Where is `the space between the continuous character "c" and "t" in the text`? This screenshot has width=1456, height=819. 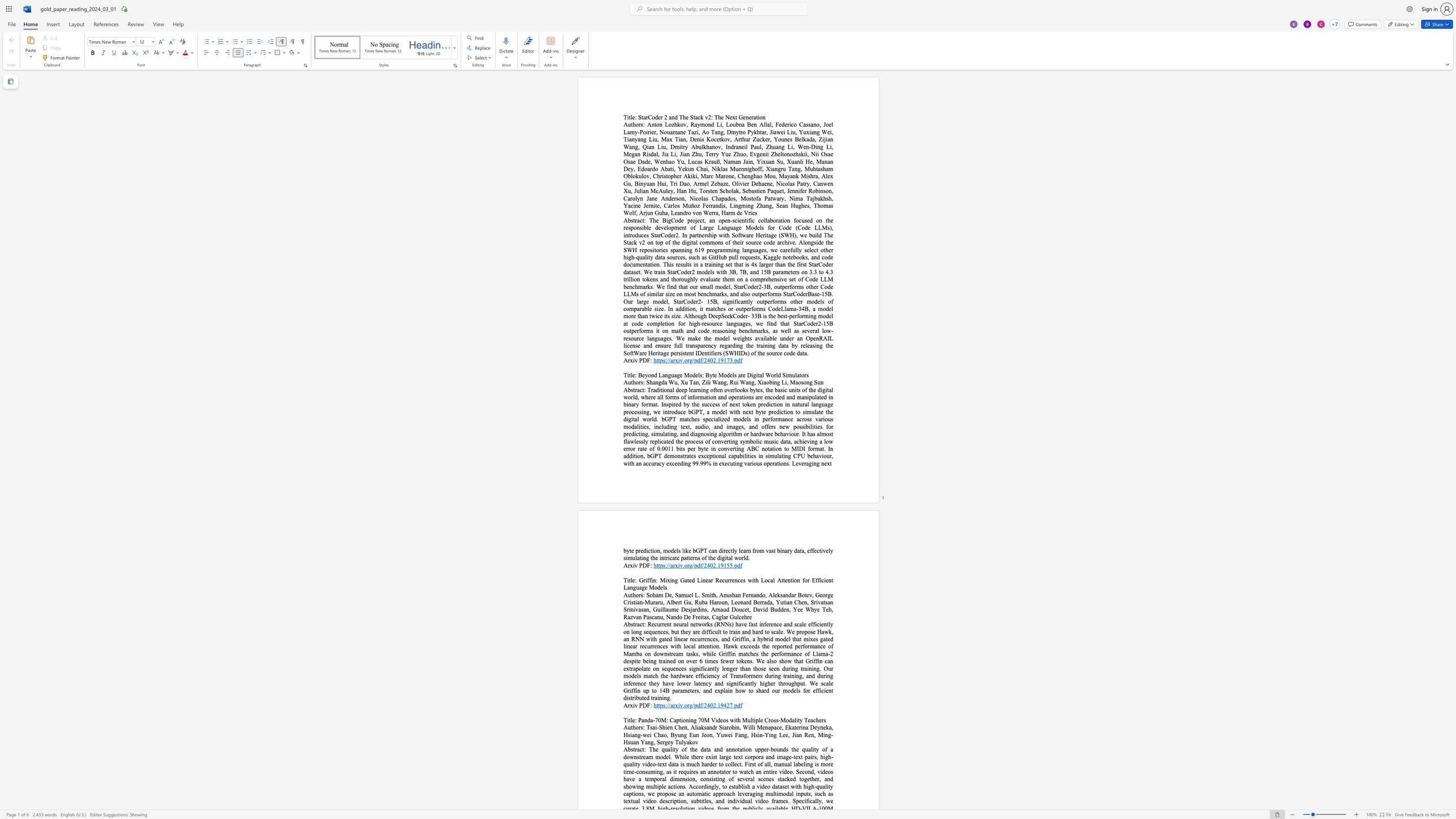 the space between the continuous character "c" and "t" in the text is located at coordinates (641, 389).